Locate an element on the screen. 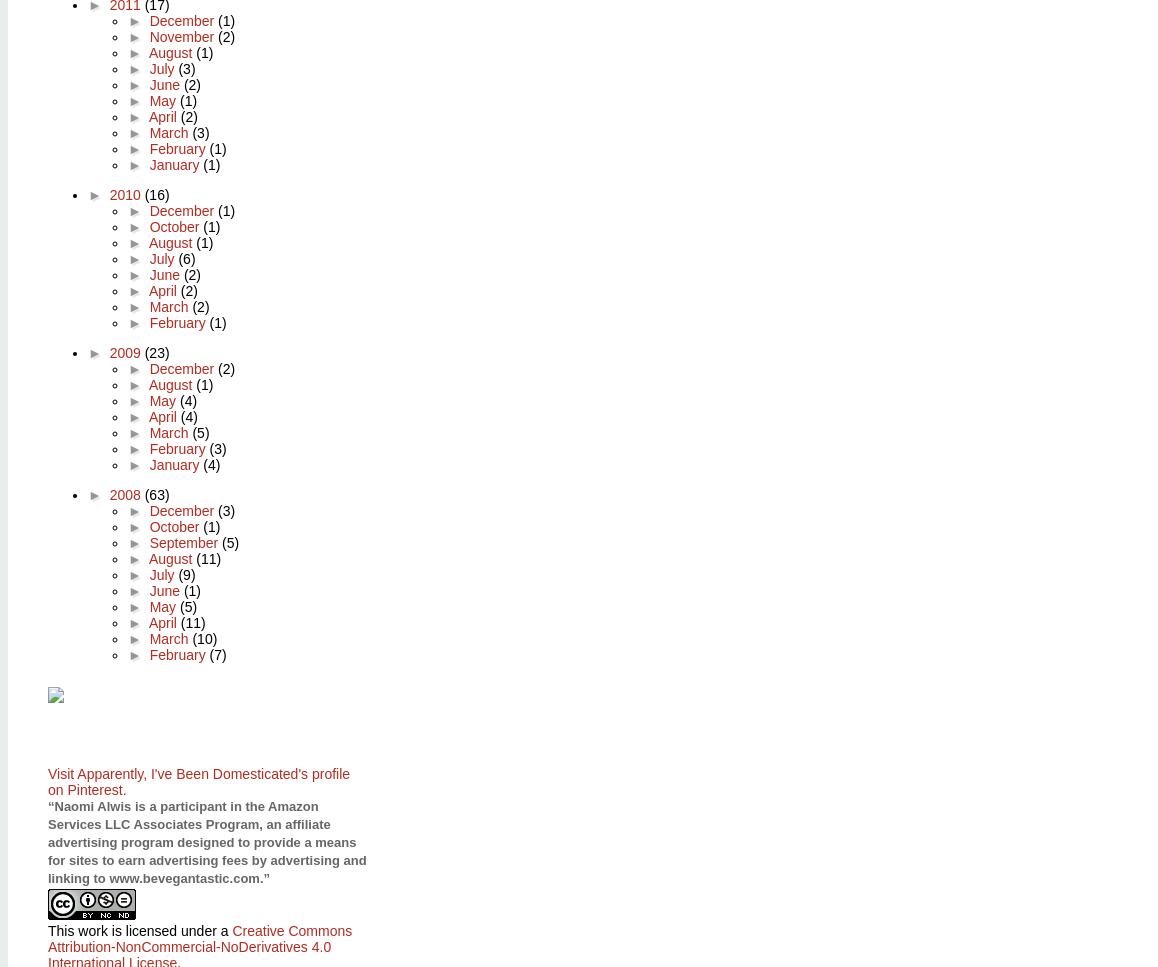 This screenshot has width=1158, height=967. '2008' is located at coordinates (125, 493).